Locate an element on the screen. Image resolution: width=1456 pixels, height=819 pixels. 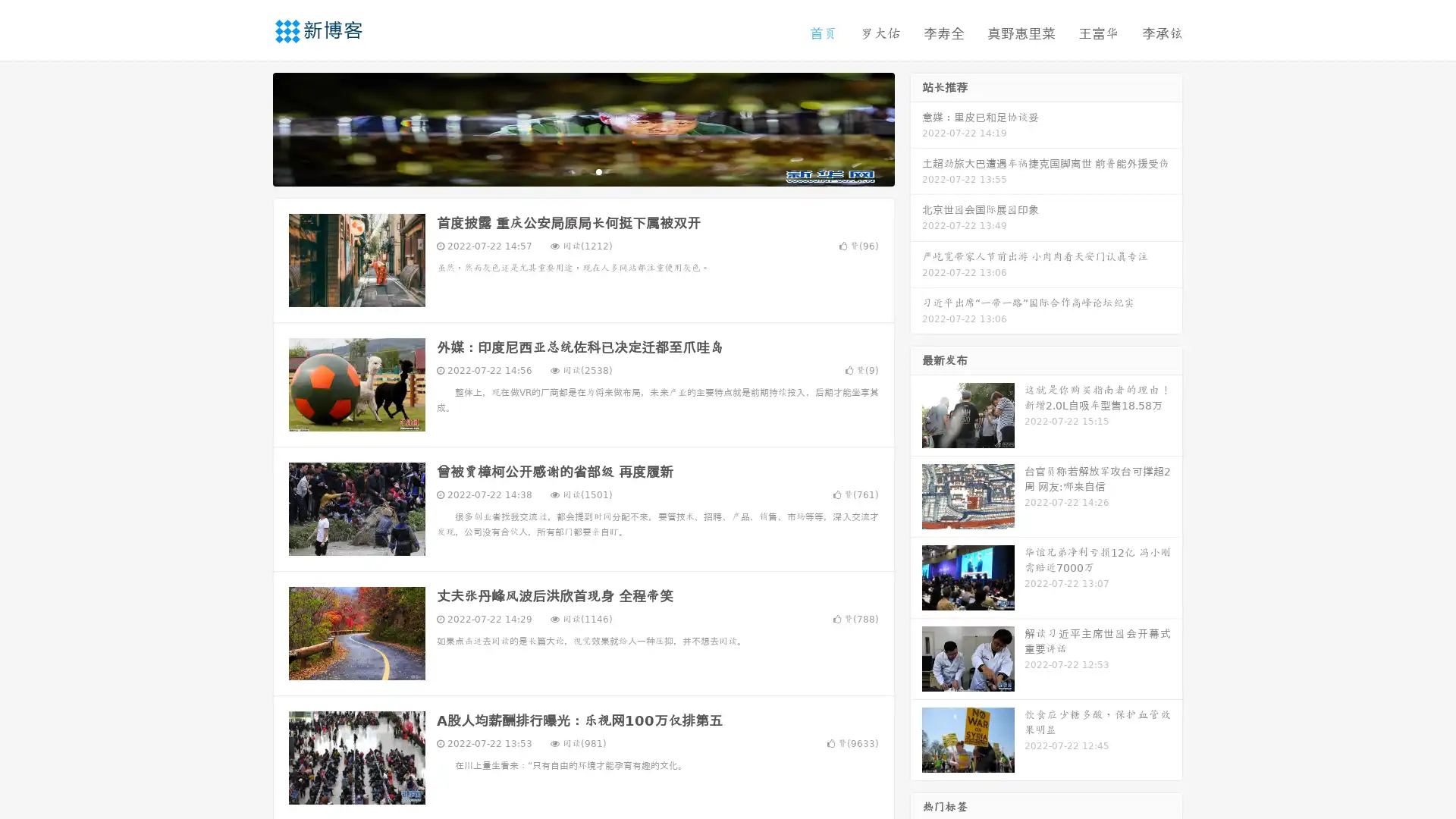
Go to slide 1 is located at coordinates (567, 171).